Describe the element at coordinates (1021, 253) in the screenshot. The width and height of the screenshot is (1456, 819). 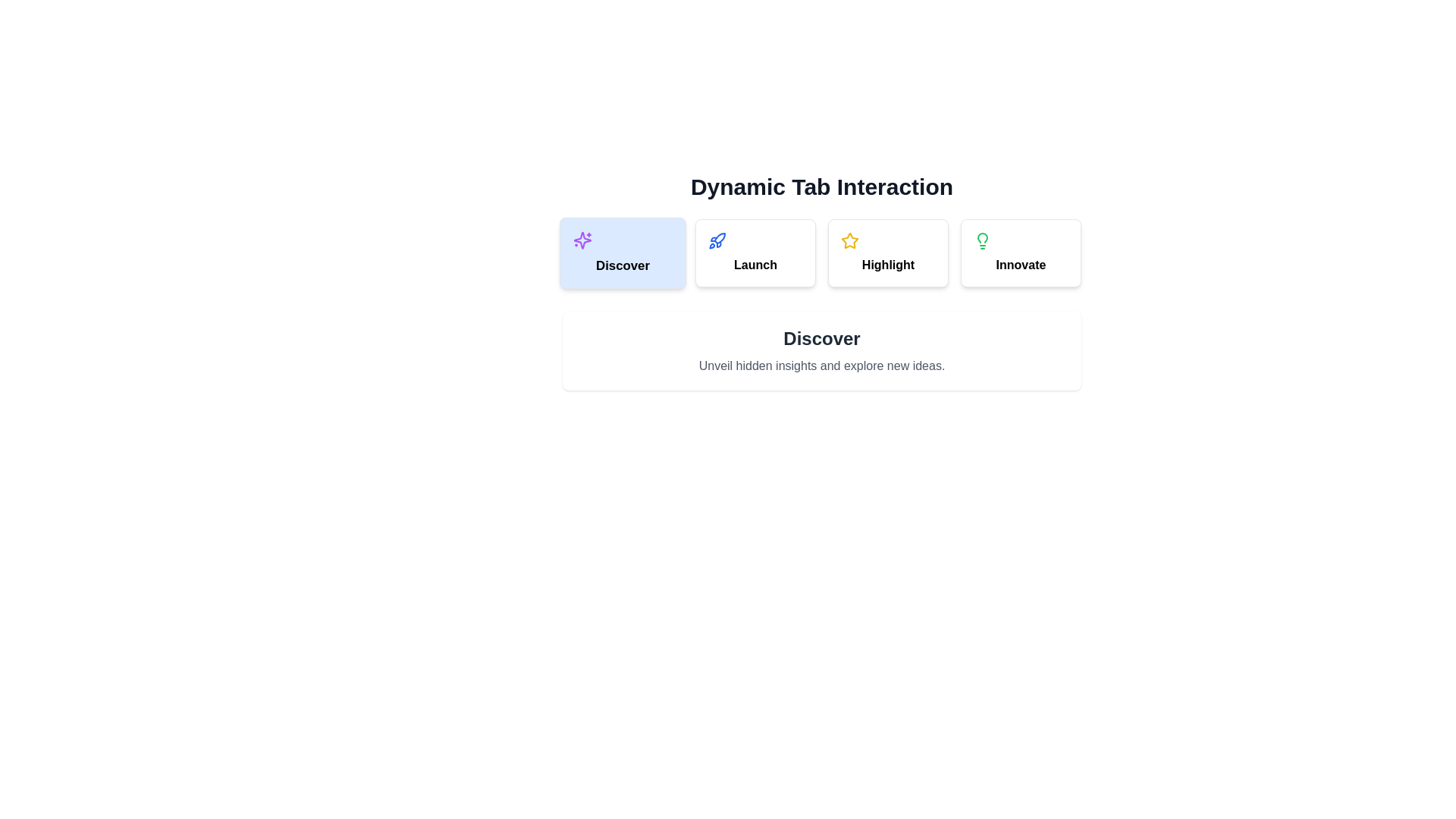
I see `the tab labeled Innovate` at that location.